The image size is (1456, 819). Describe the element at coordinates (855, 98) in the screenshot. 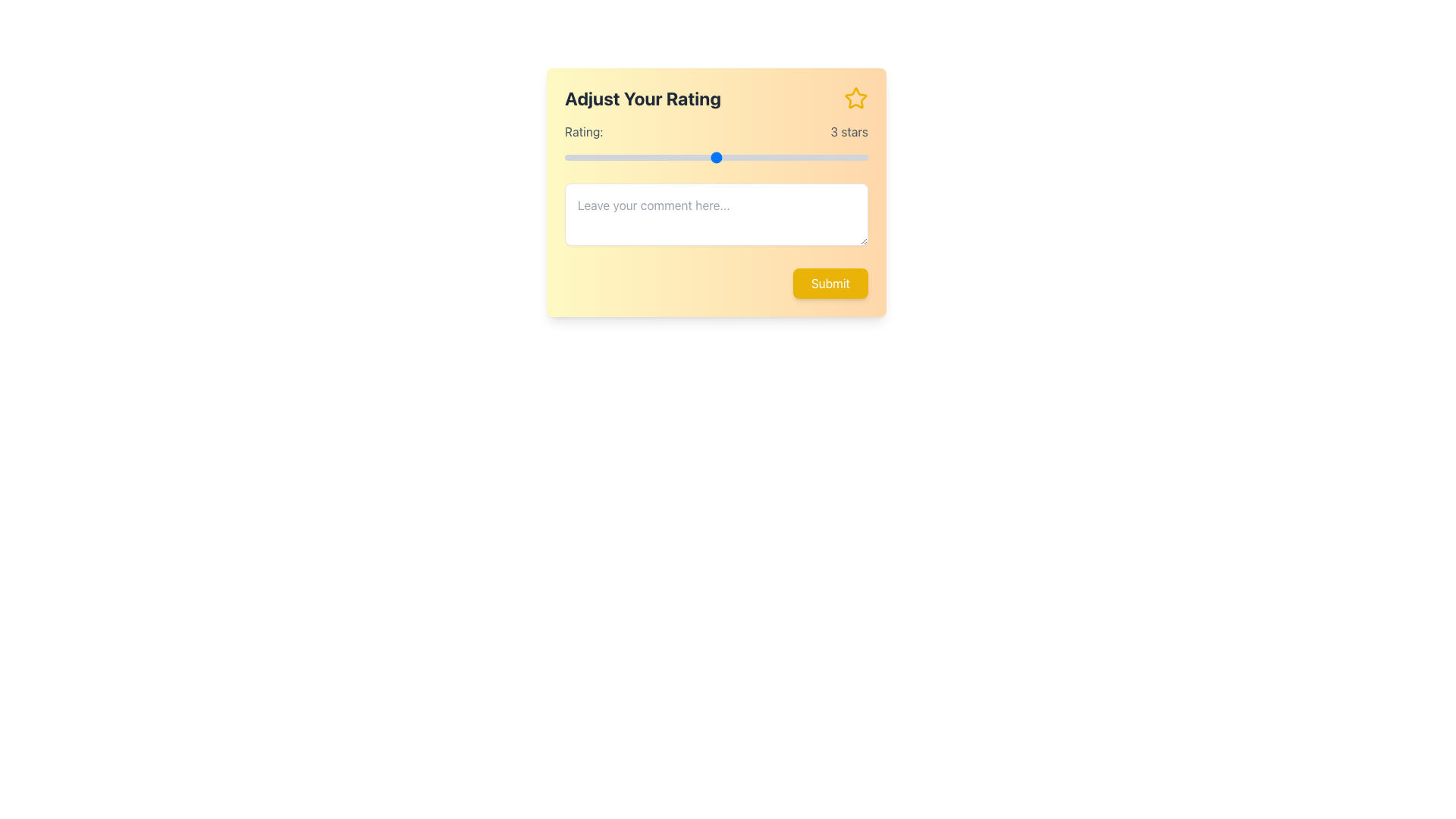

I see `the star icon located in the top-right corner of the dialog box, adjacent to the header text ‘Adjust Your Rating’` at that location.